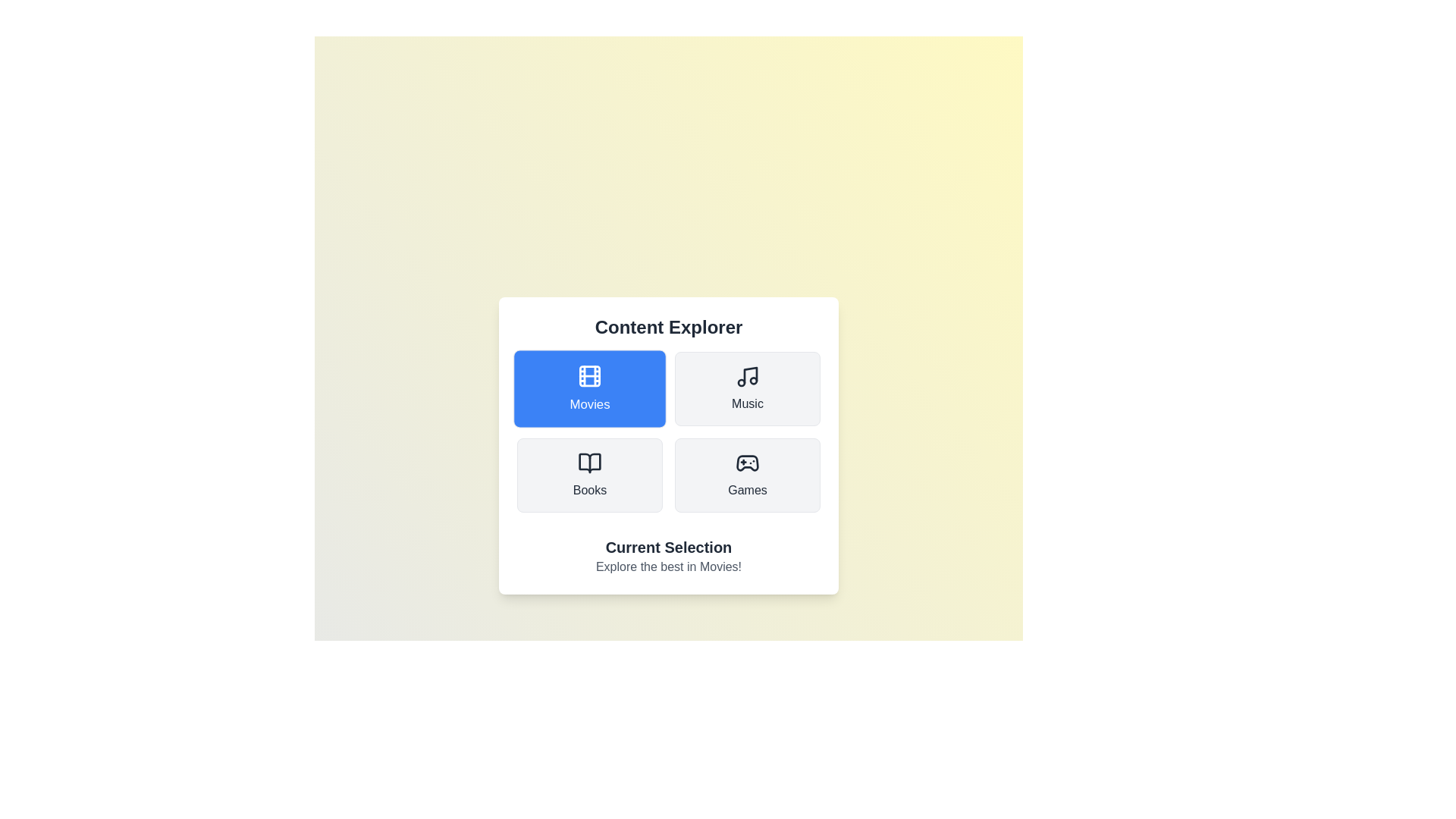 This screenshot has height=819, width=1456. Describe the element at coordinates (588, 475) in the screenshot. I see `the category Books by clicking on its button` at that location.